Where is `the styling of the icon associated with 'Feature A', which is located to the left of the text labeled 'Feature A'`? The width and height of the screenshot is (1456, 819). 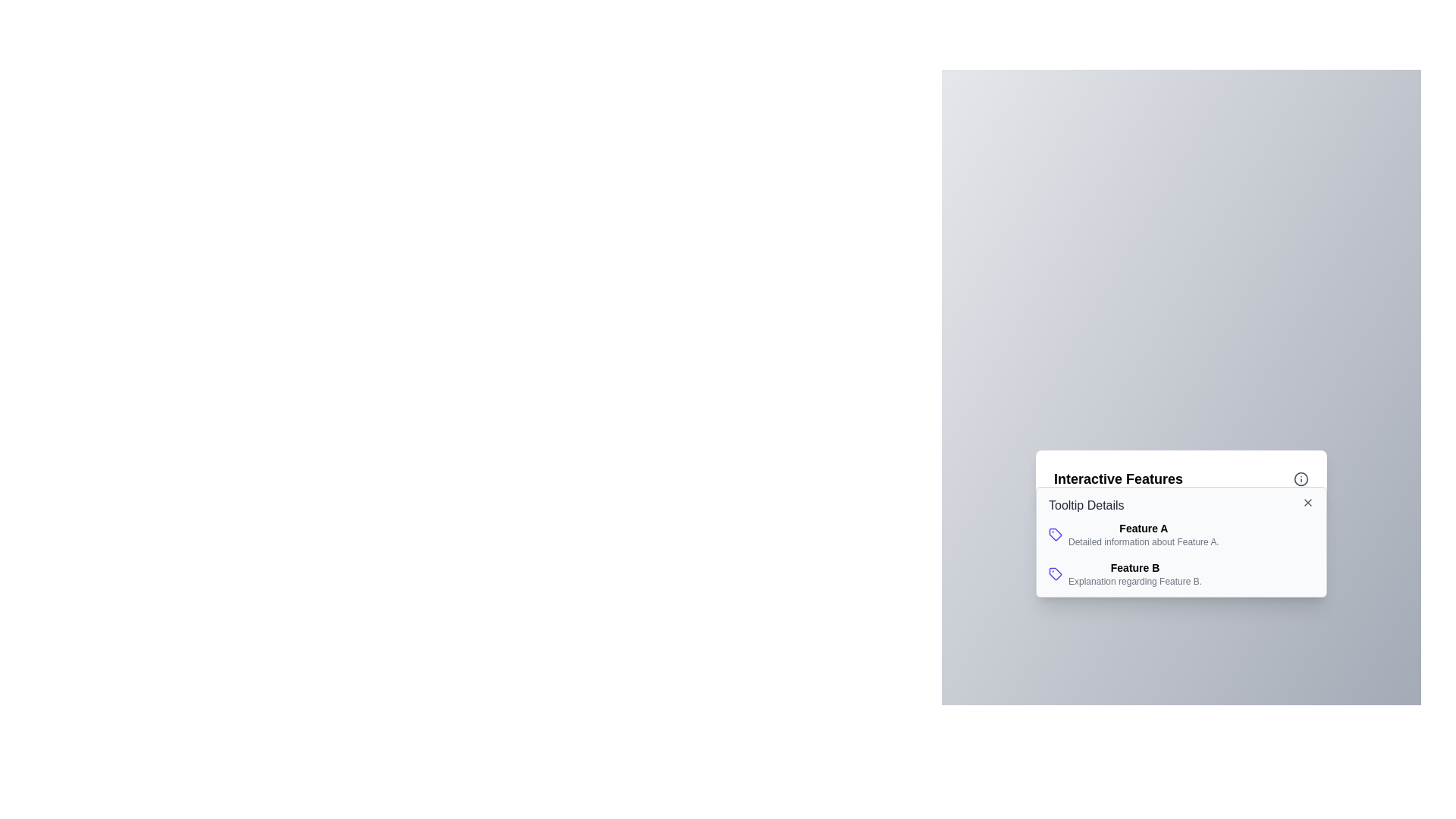
the styling of the icon associated with 'Feature A', which is located to the left of the text labeled 'Feature A' is located at coordinates (1055, 534).